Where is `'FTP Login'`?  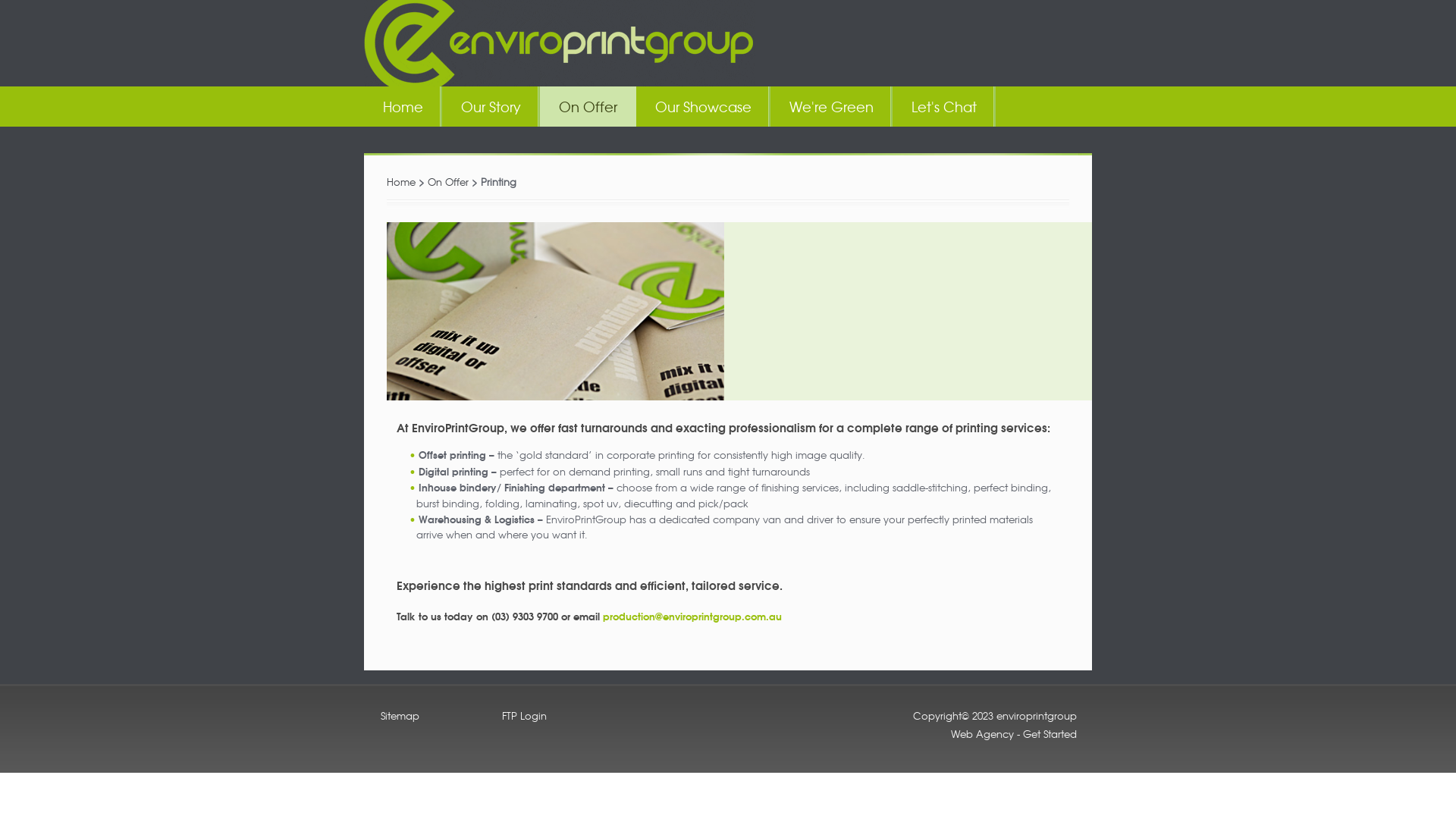 'FTP Login' is located at coordinates (524, 715).